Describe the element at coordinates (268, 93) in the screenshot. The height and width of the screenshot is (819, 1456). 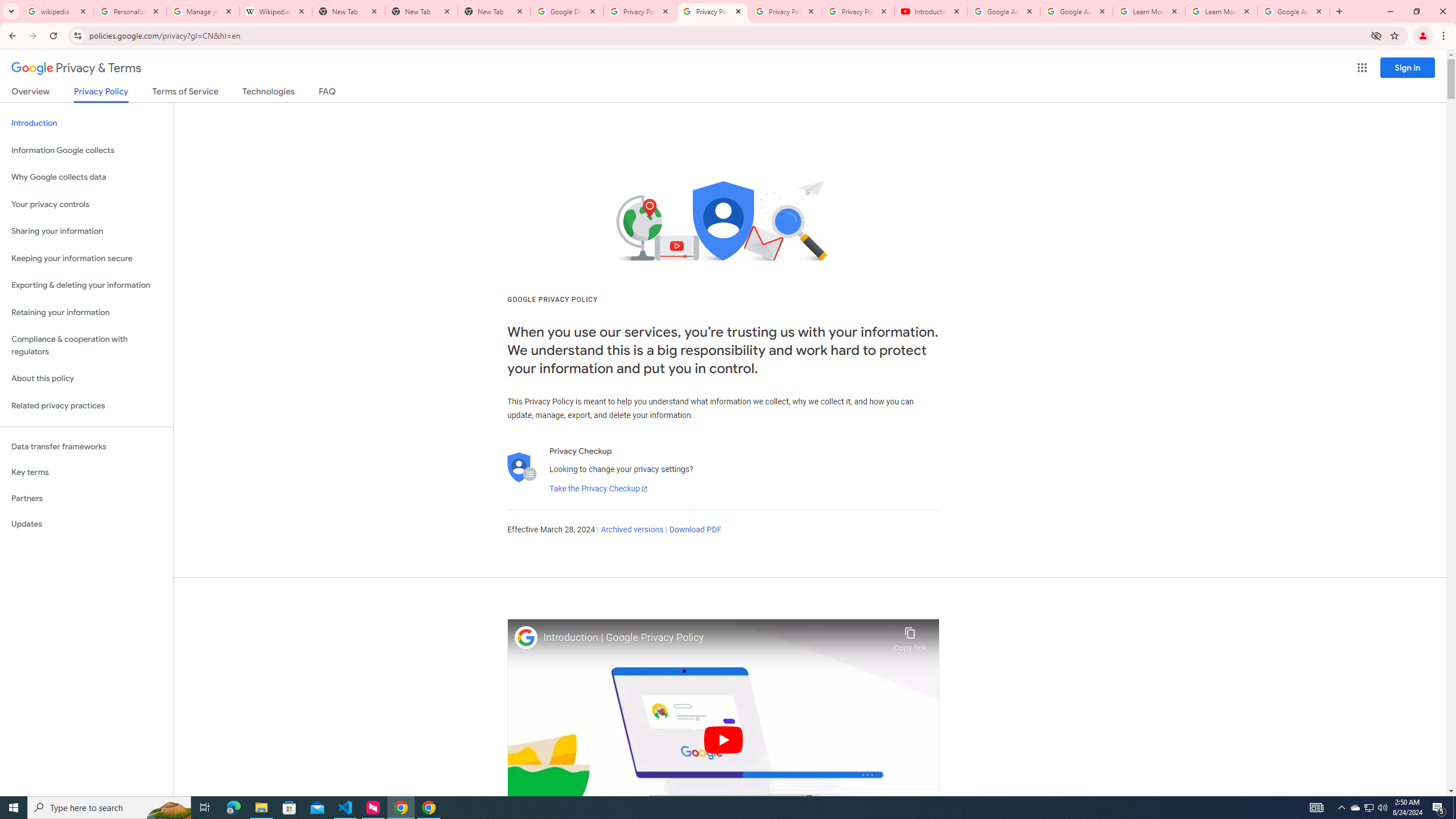
I see `'Technologies'` at that location.